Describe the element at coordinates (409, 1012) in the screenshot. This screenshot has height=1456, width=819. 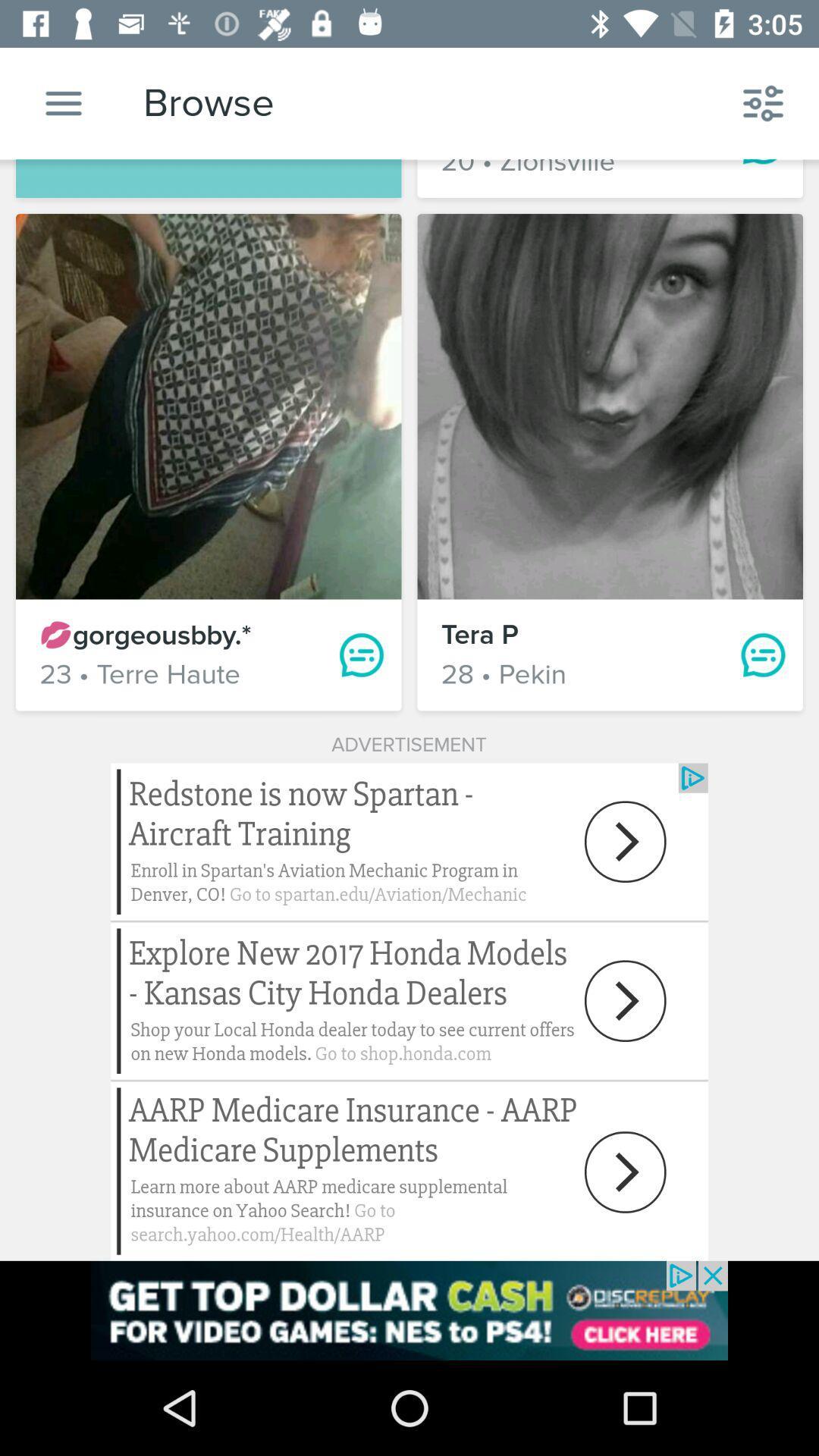
I see `open` at that location.